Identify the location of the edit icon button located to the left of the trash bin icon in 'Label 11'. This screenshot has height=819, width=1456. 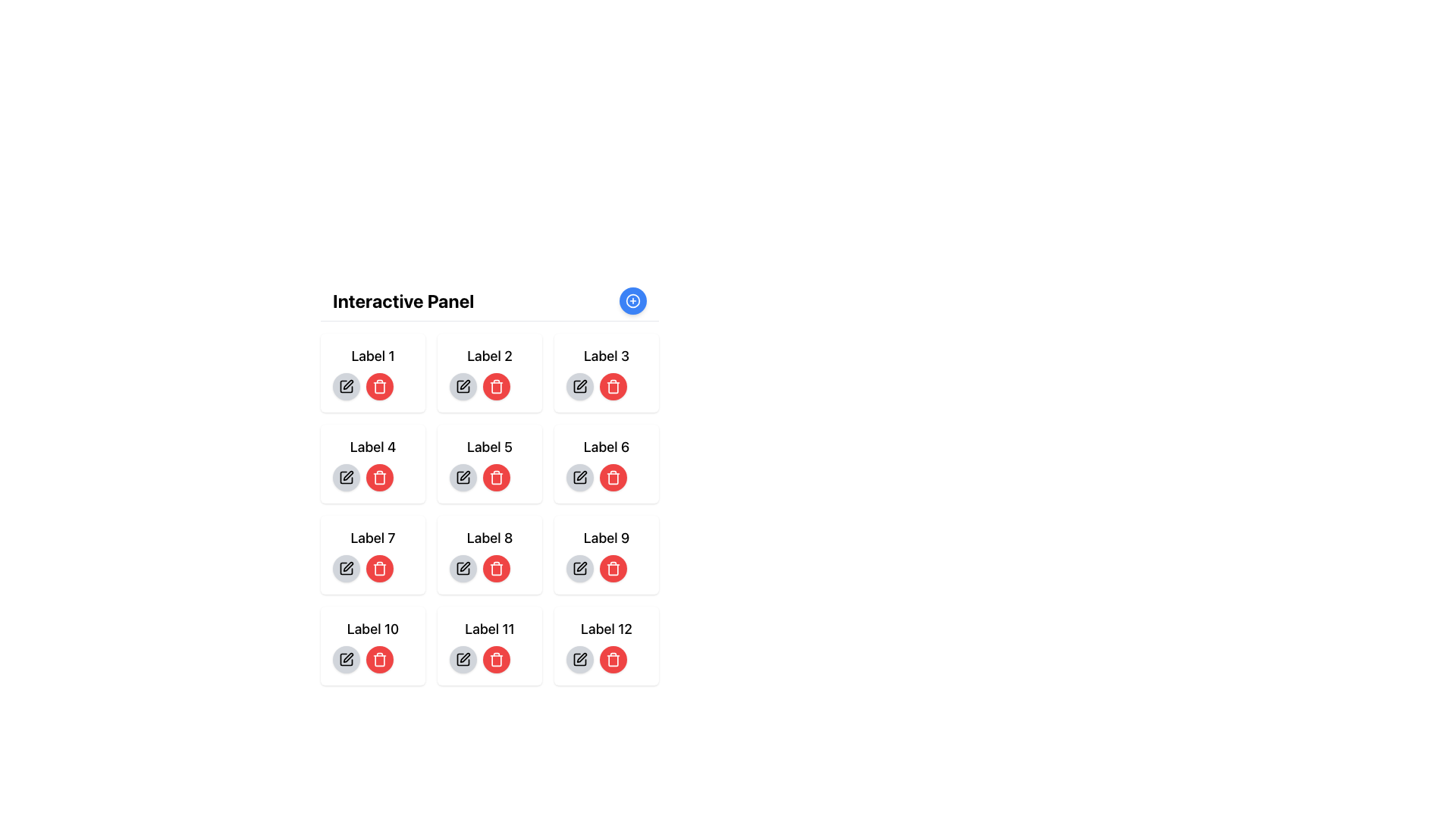
(462, 659).